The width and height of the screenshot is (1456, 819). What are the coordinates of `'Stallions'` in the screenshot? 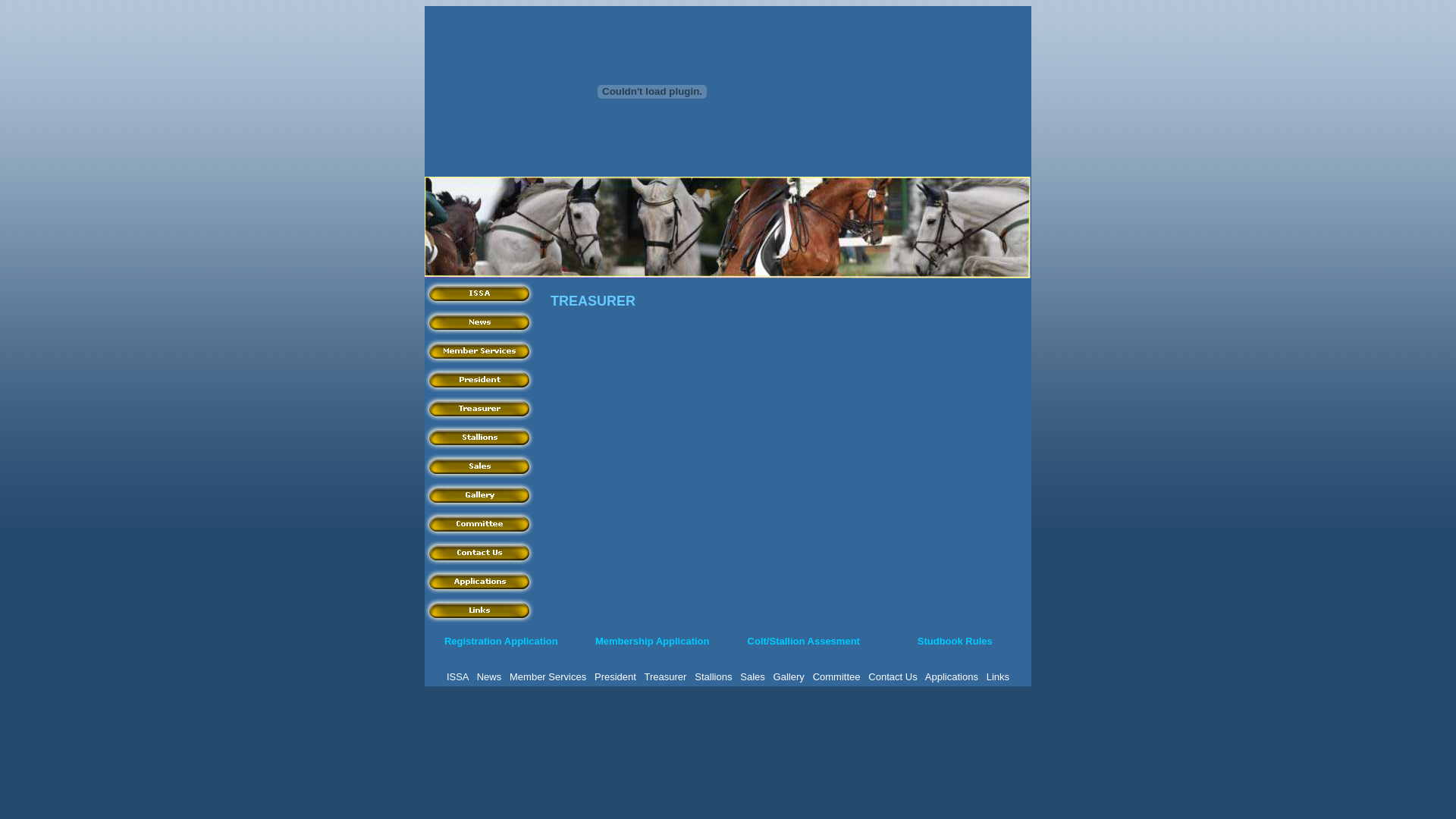 It's located at (479, 436).